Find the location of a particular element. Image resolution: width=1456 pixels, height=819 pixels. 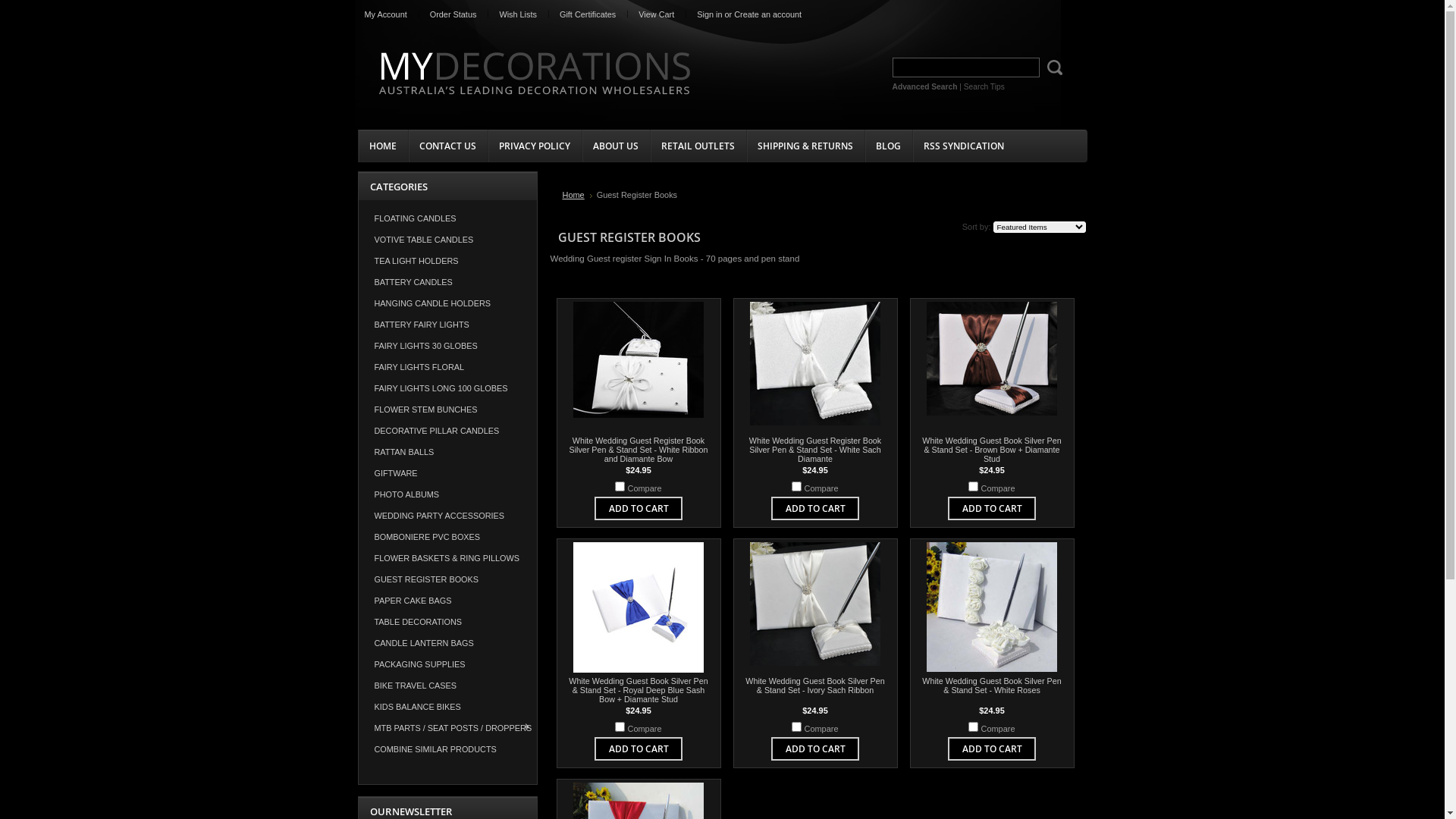

'744' is located at coordinates (973, 486).